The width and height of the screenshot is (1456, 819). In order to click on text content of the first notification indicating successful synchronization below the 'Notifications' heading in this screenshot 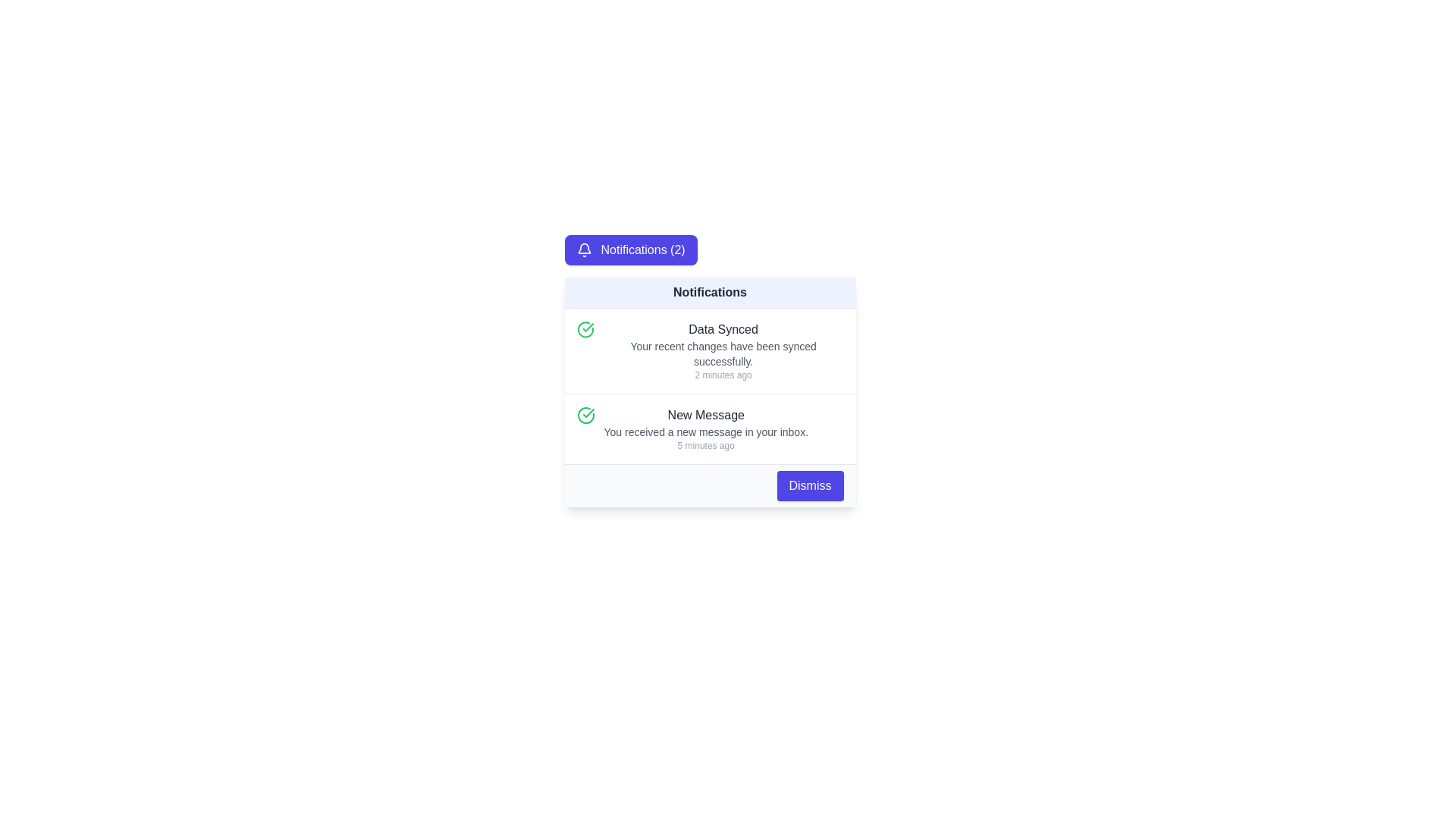, I will do `click(723, 350)`.